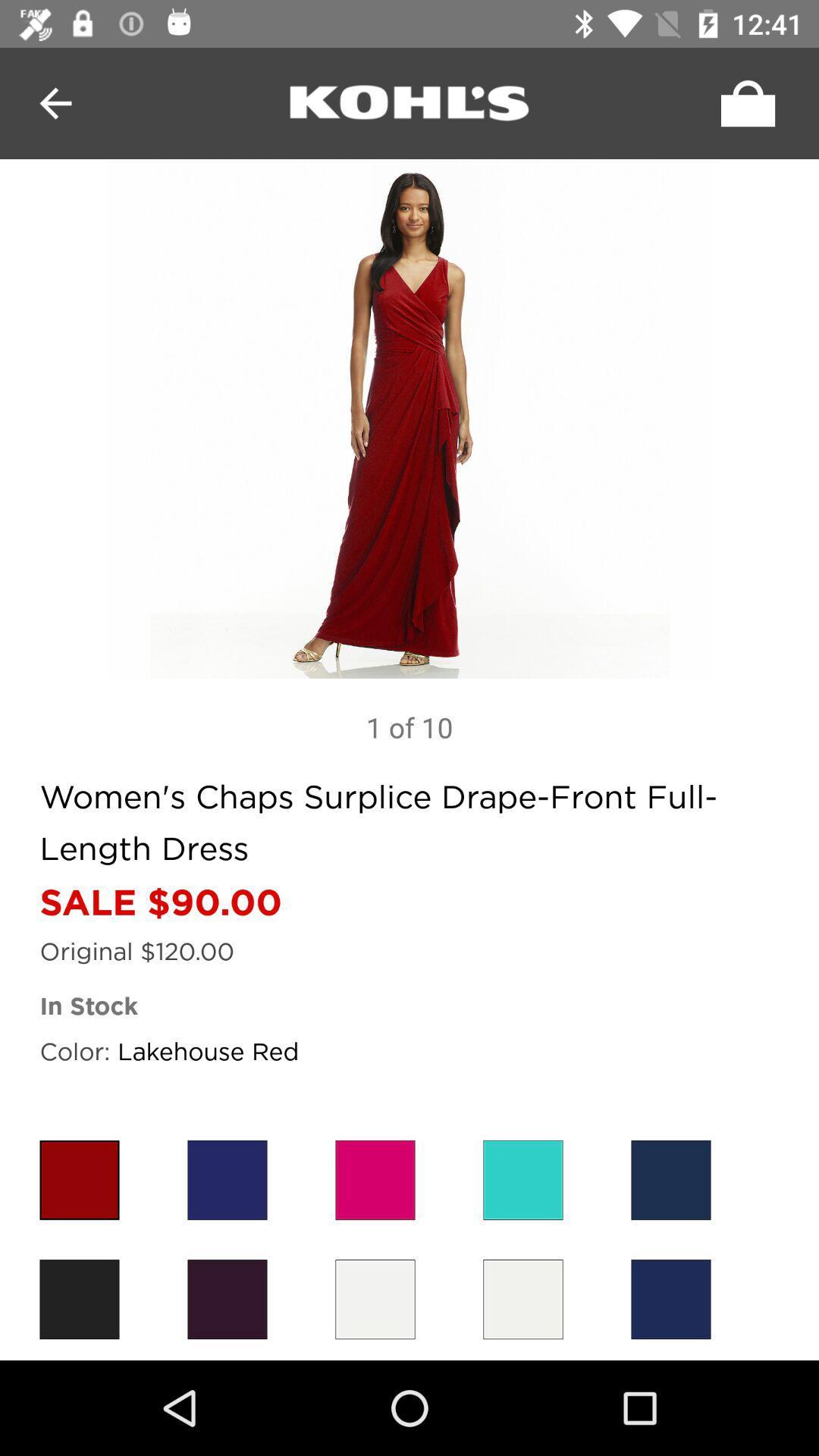 The width and height of the screenshot is (819, 1456). What do you see at coordinates (743, 102) in the screenshot?
I see `the shop icon` at bounding box center [743, 102].